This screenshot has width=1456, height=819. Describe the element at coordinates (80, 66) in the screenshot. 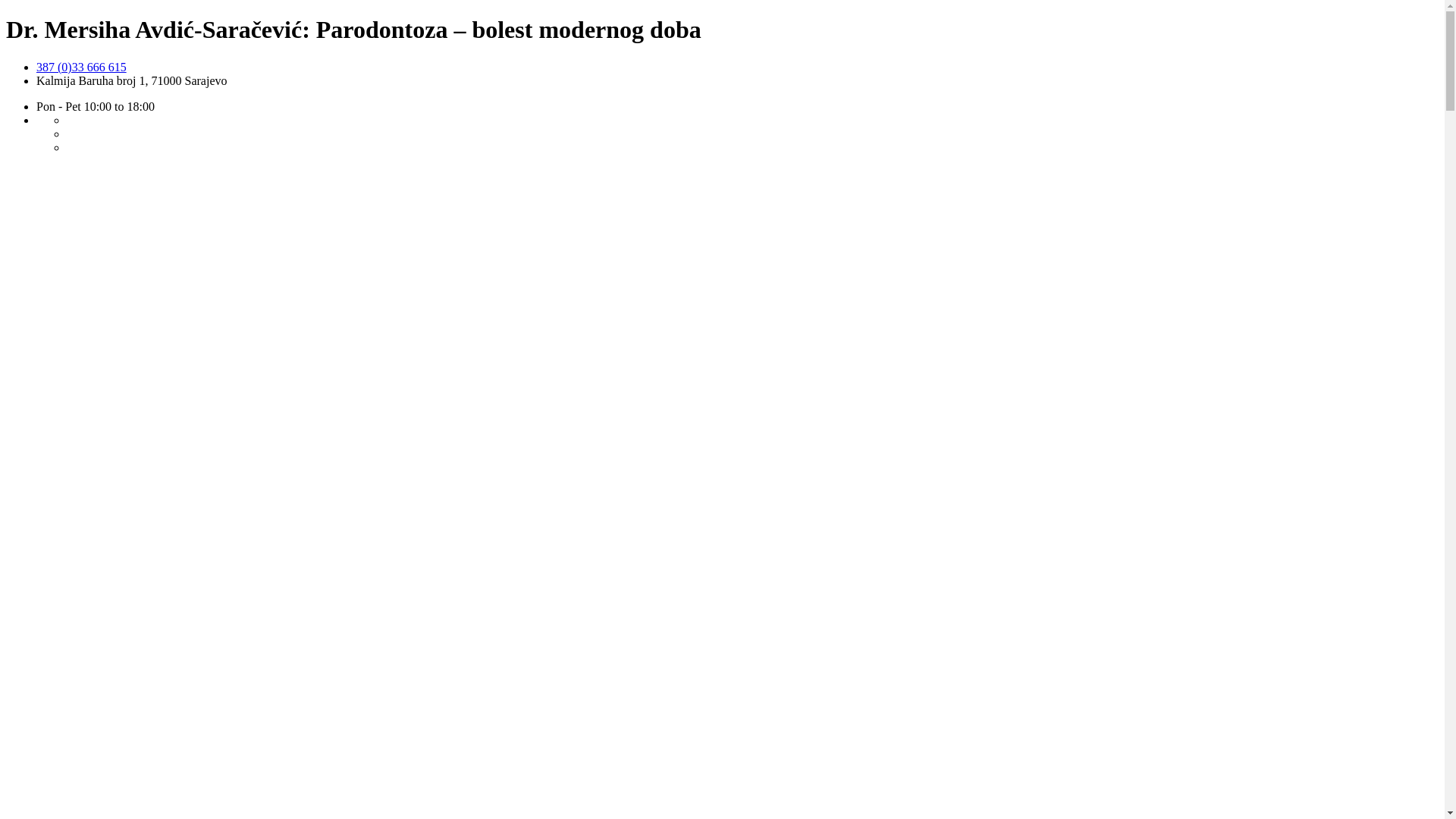

I see `'387 (0)33 666 615'` at that location.